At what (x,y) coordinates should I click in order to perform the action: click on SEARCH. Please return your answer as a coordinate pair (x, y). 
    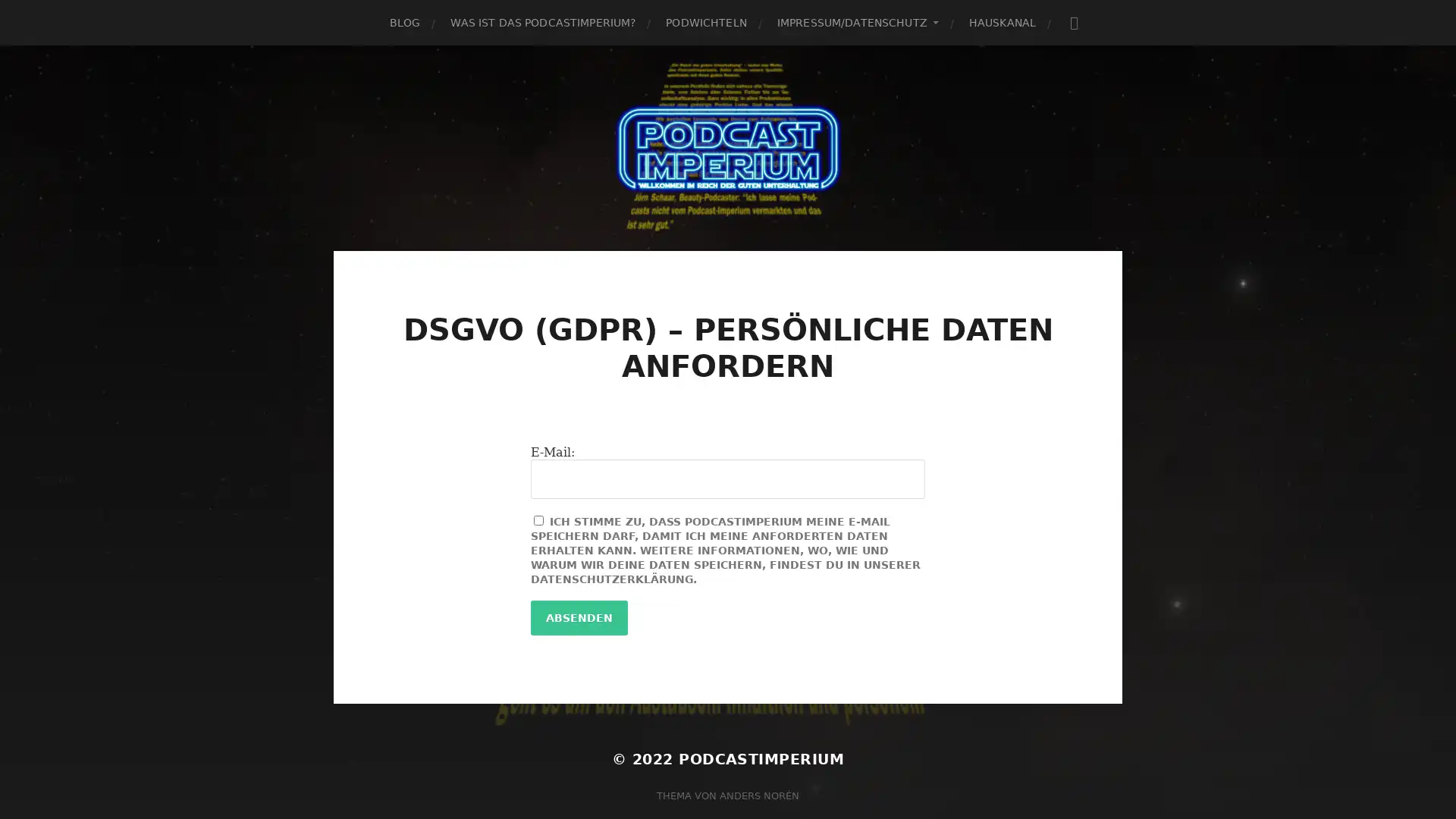
    Looking at the image, I should click on (1073, 22).